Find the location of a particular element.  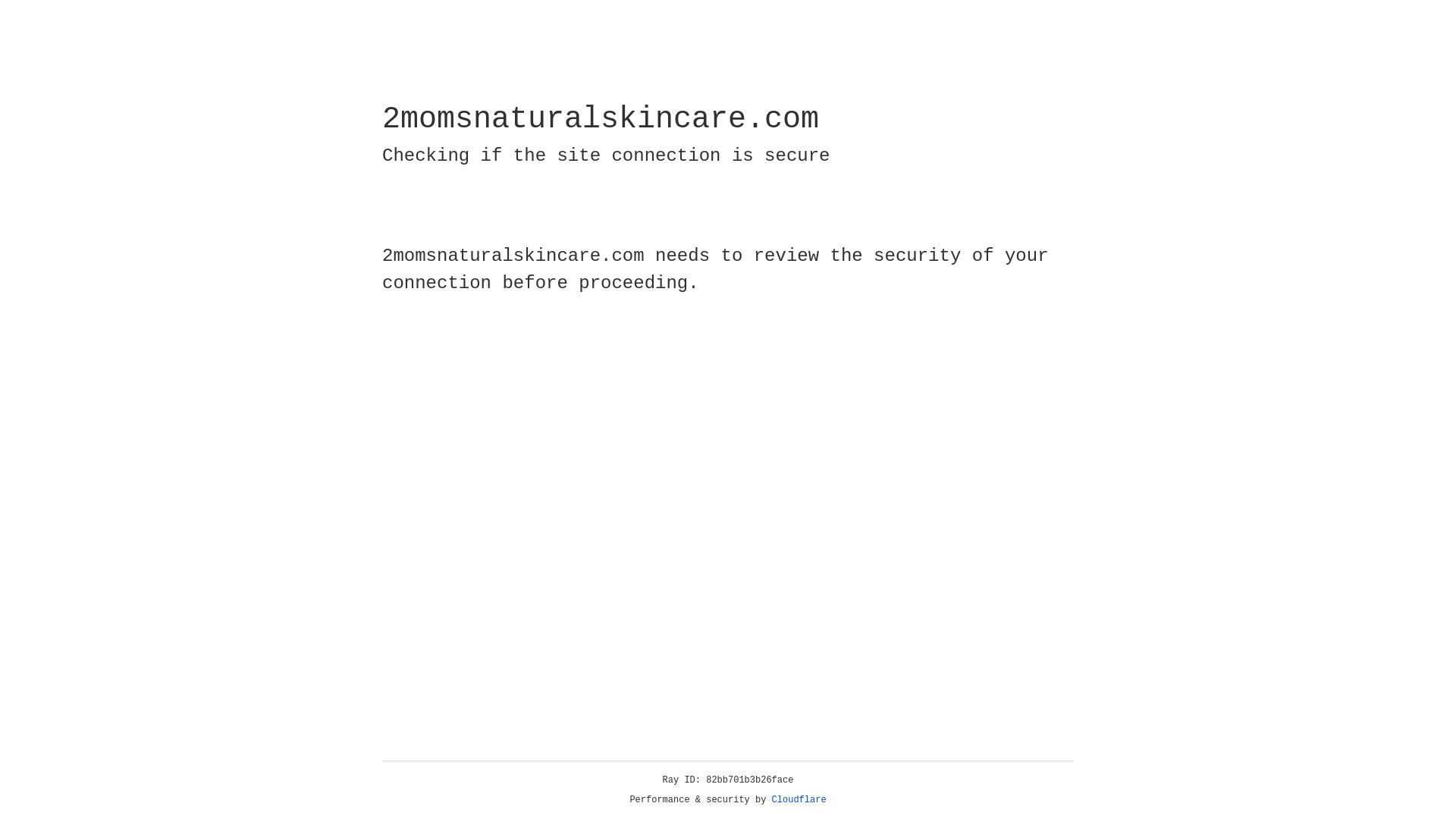

'Cloudflare' is located at coordinates (771, 799).